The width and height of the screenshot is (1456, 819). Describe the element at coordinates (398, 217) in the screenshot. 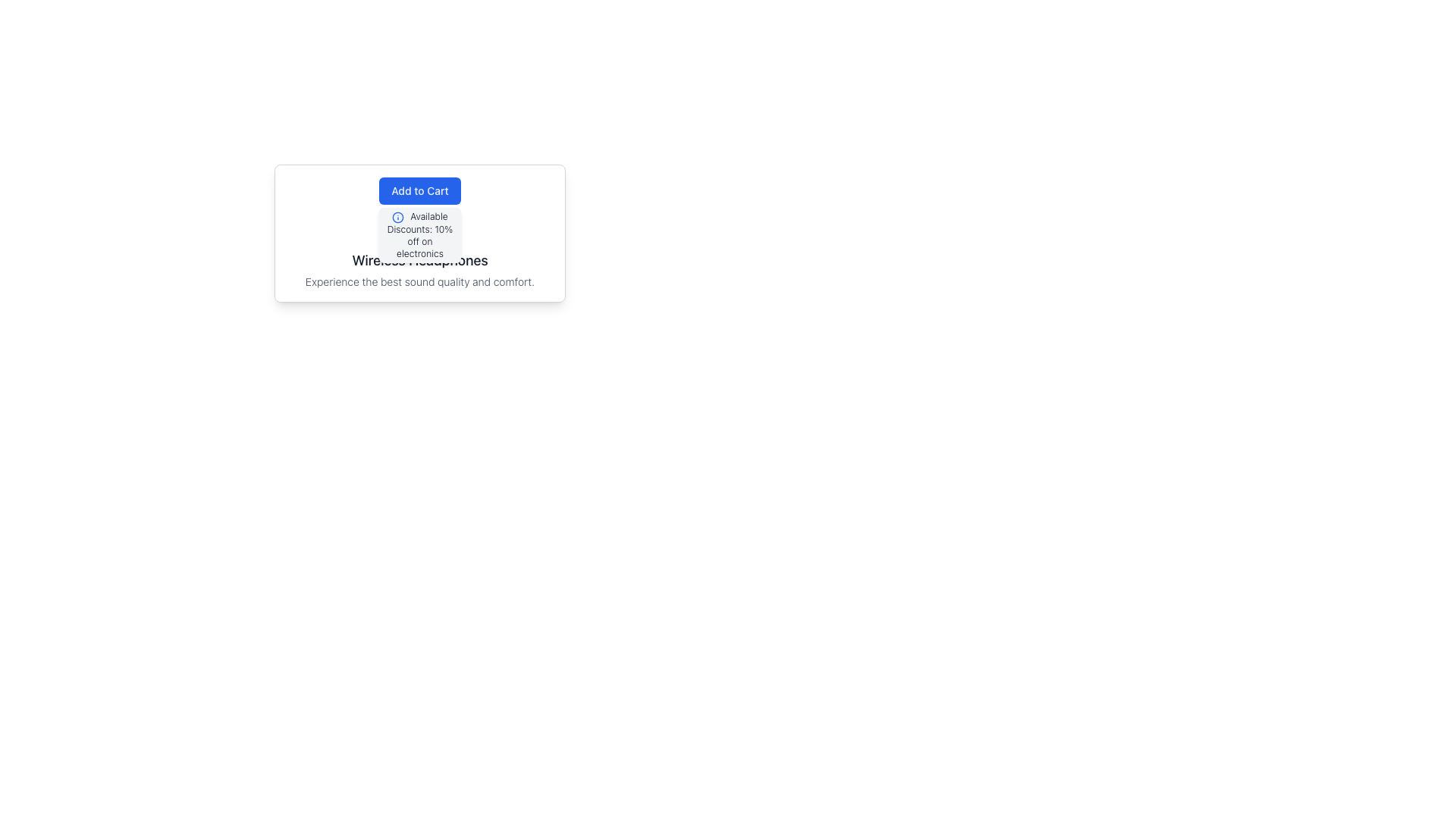

I see `the SVG Circle Element which visually represents an icon indicating information or an alert related to the tooltip functionality, located within the discount information tooltip box below the 'Add to Cart' button` at that location.